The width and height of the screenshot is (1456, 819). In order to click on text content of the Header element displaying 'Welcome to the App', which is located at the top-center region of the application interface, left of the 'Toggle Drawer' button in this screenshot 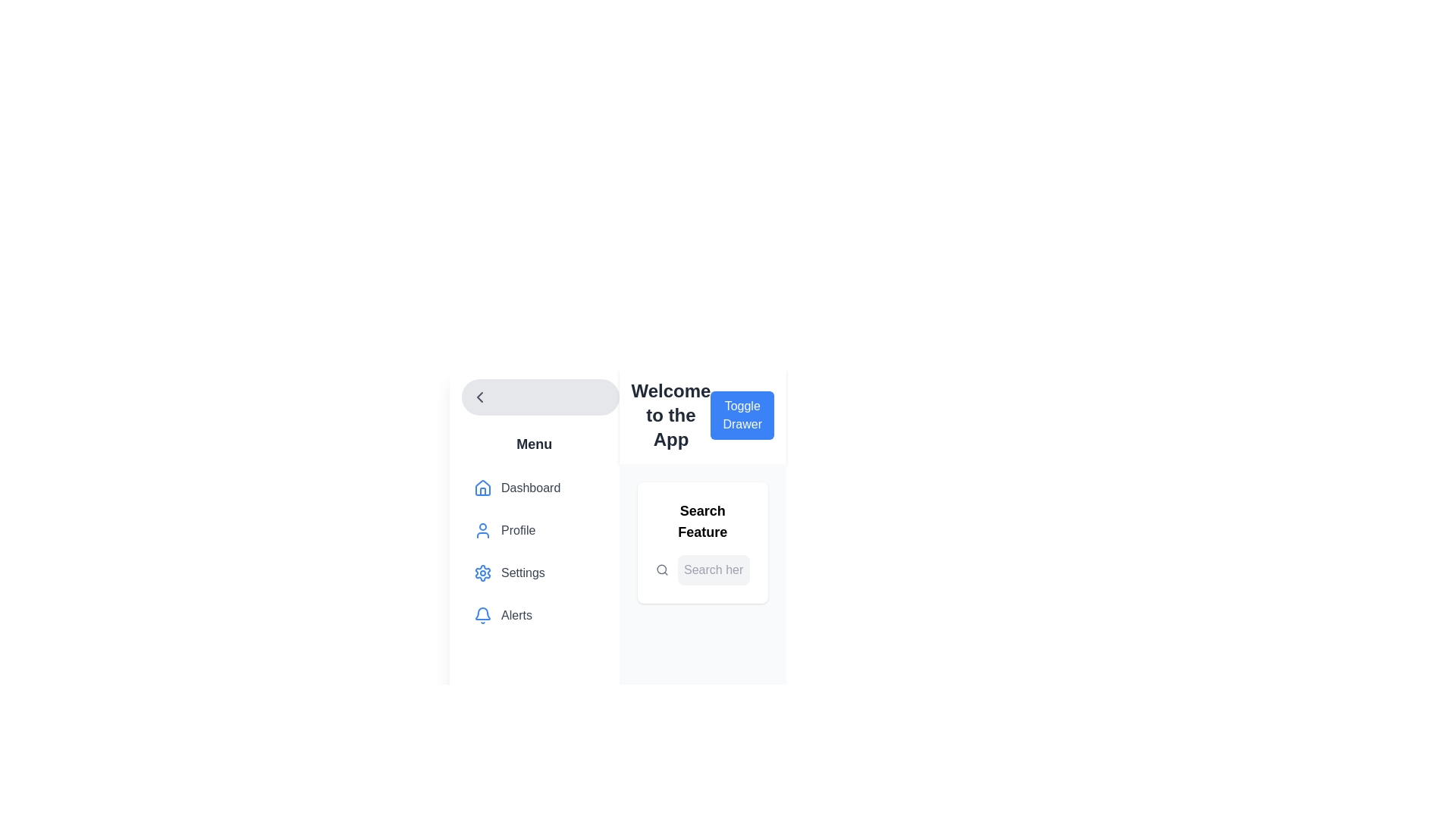, I will do `click(670, 415)`.